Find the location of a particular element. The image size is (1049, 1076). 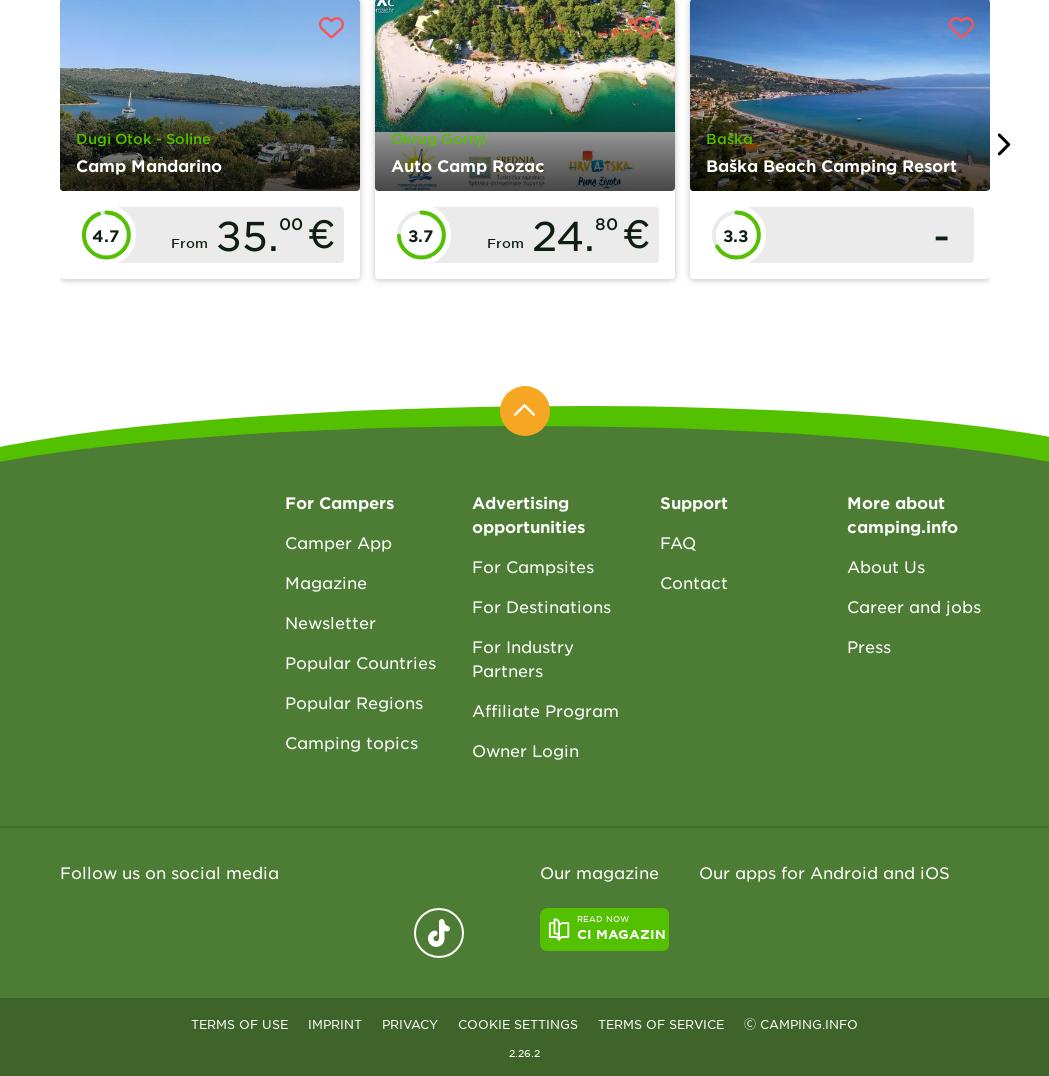

'Cookie settings' is located at coordinates (516, 1023).